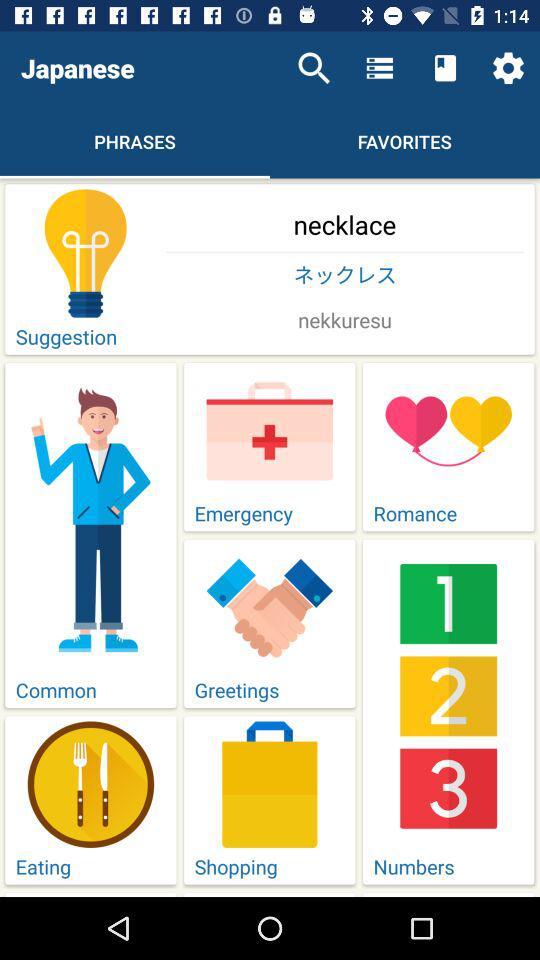 This screenshot has height=960, width=540. I want to click on item above the favorites item, so click(445, 68).